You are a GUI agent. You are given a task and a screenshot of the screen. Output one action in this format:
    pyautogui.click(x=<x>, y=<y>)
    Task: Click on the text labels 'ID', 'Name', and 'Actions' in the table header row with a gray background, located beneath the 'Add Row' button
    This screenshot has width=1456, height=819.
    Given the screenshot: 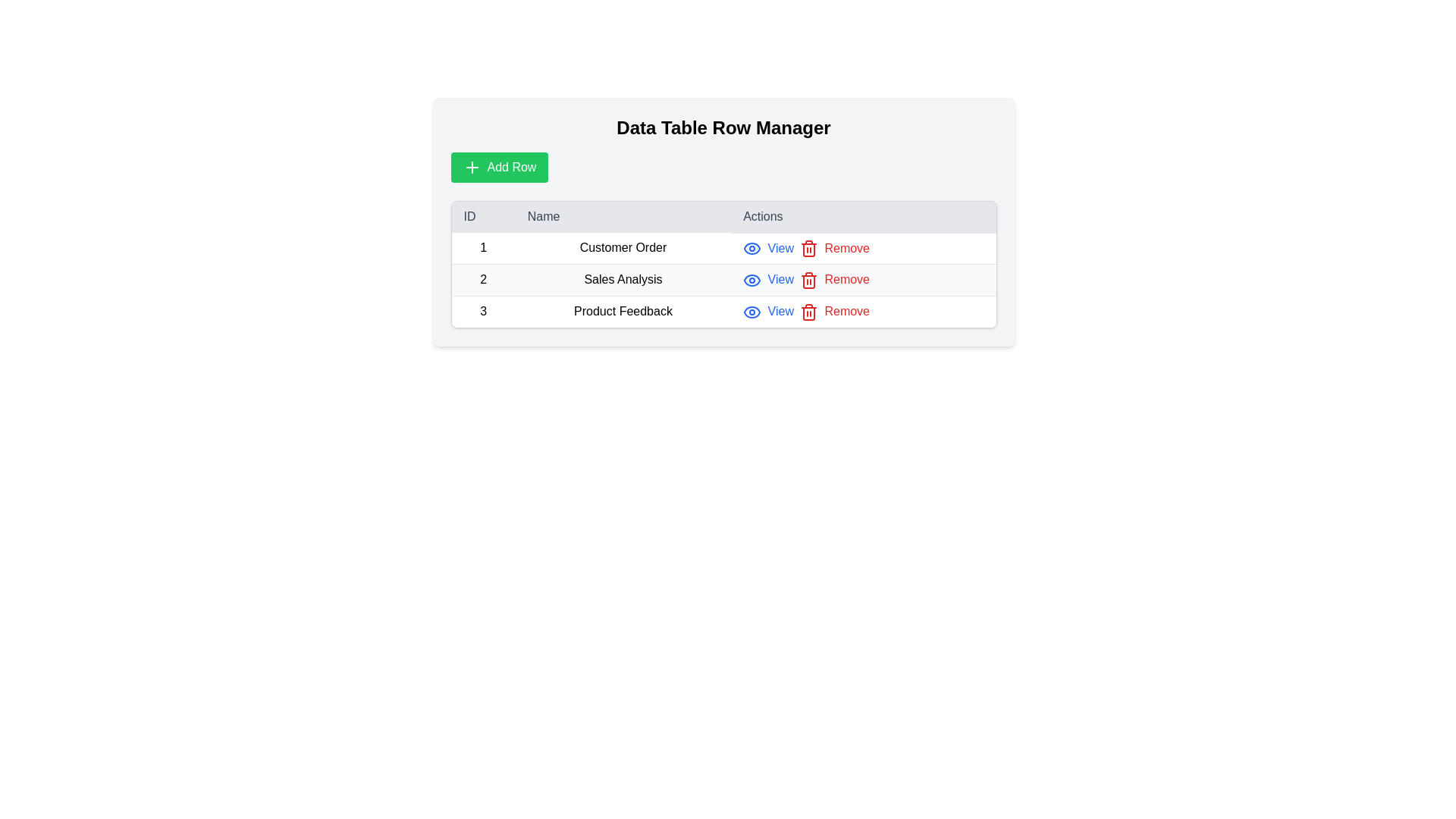 What is the action you would take?
    pyautogui.click(x=723, y=217)
    